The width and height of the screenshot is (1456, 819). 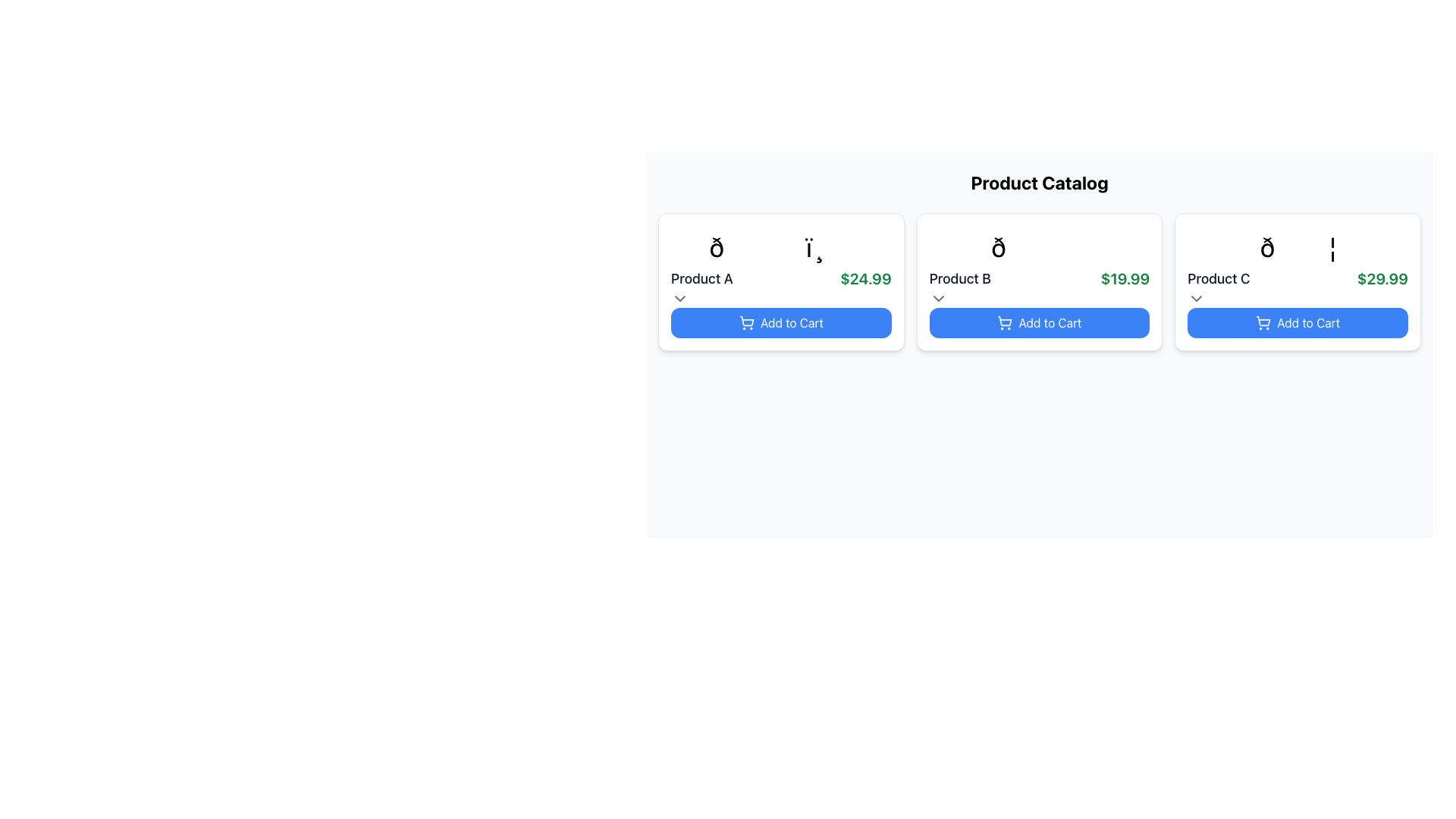 I want to click on the 'Add to Cart' icon located on the left side of the 'Add to Cart' button within the 'Product A' card, so click(x=746, y=322).